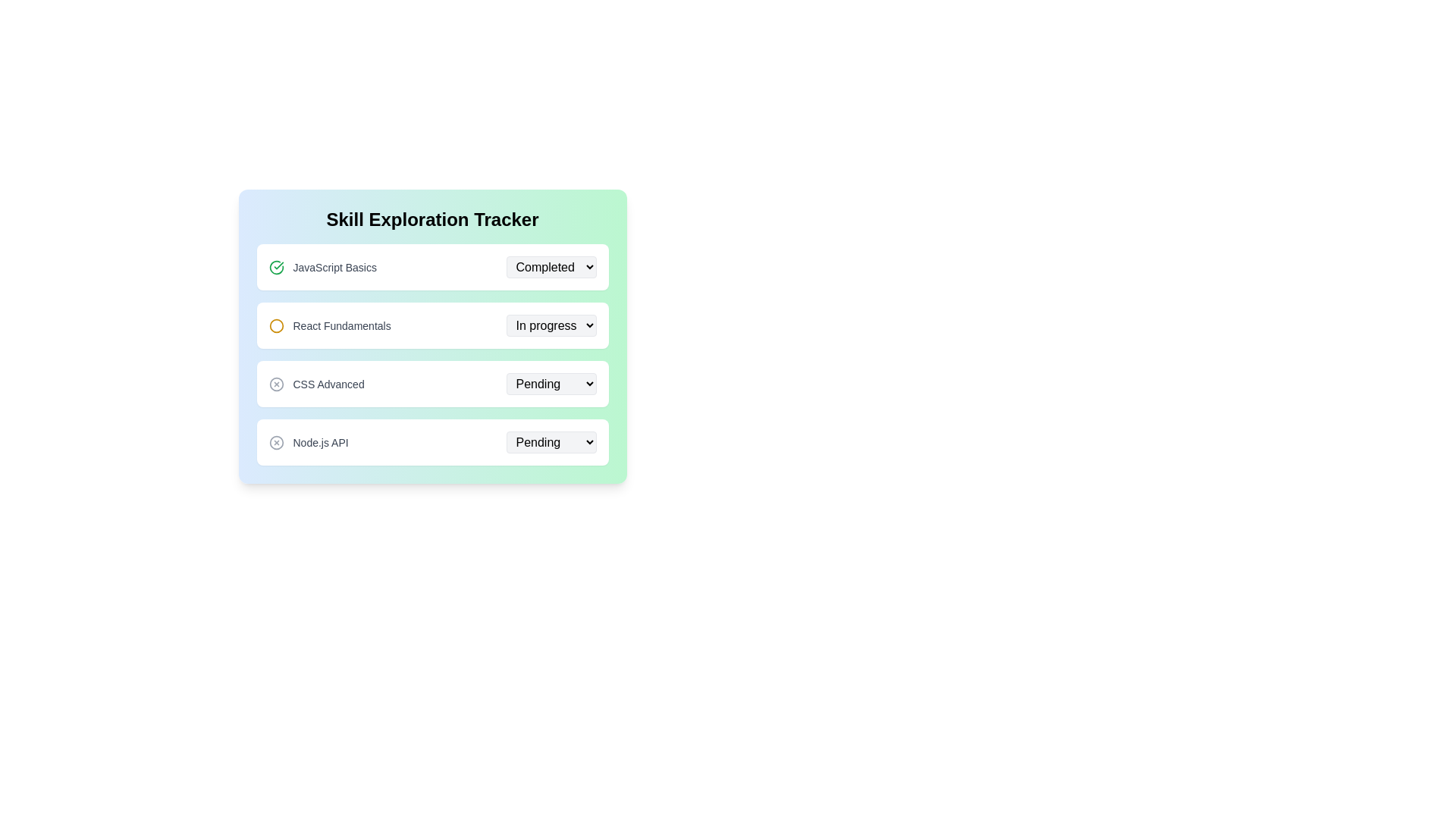 The height and width of the screenshot is (819, 1456). I want to click on the 'Node.js API' text label located in the fourth row of the skill exploration tracker, which is immediately to the right of a circular icon, so click(320, 442).